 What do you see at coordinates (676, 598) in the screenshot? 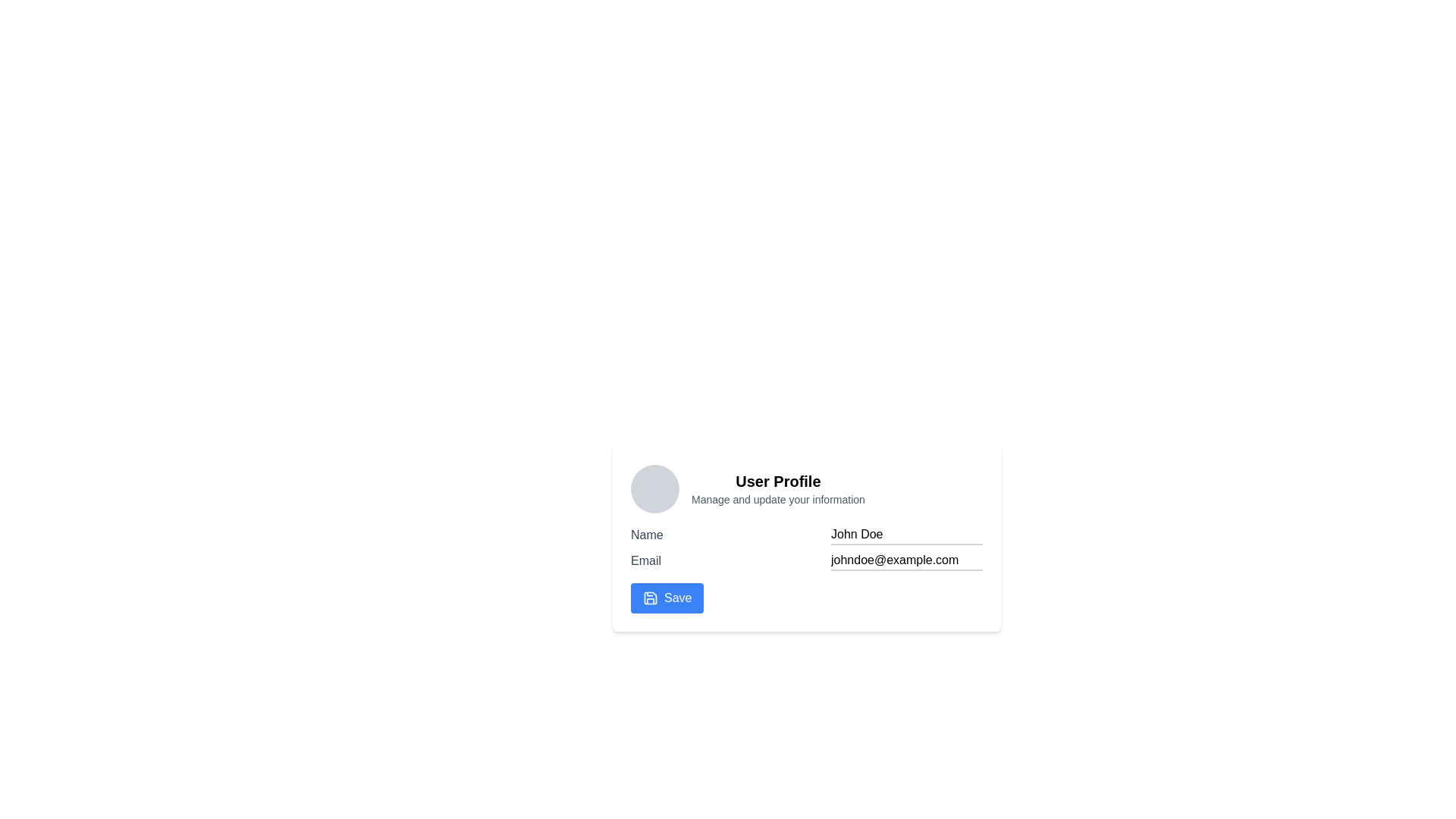
I see `the 'Save' text label located within a blue button at the bottom left of the user profile card layout` at bounding box center [676, 598].